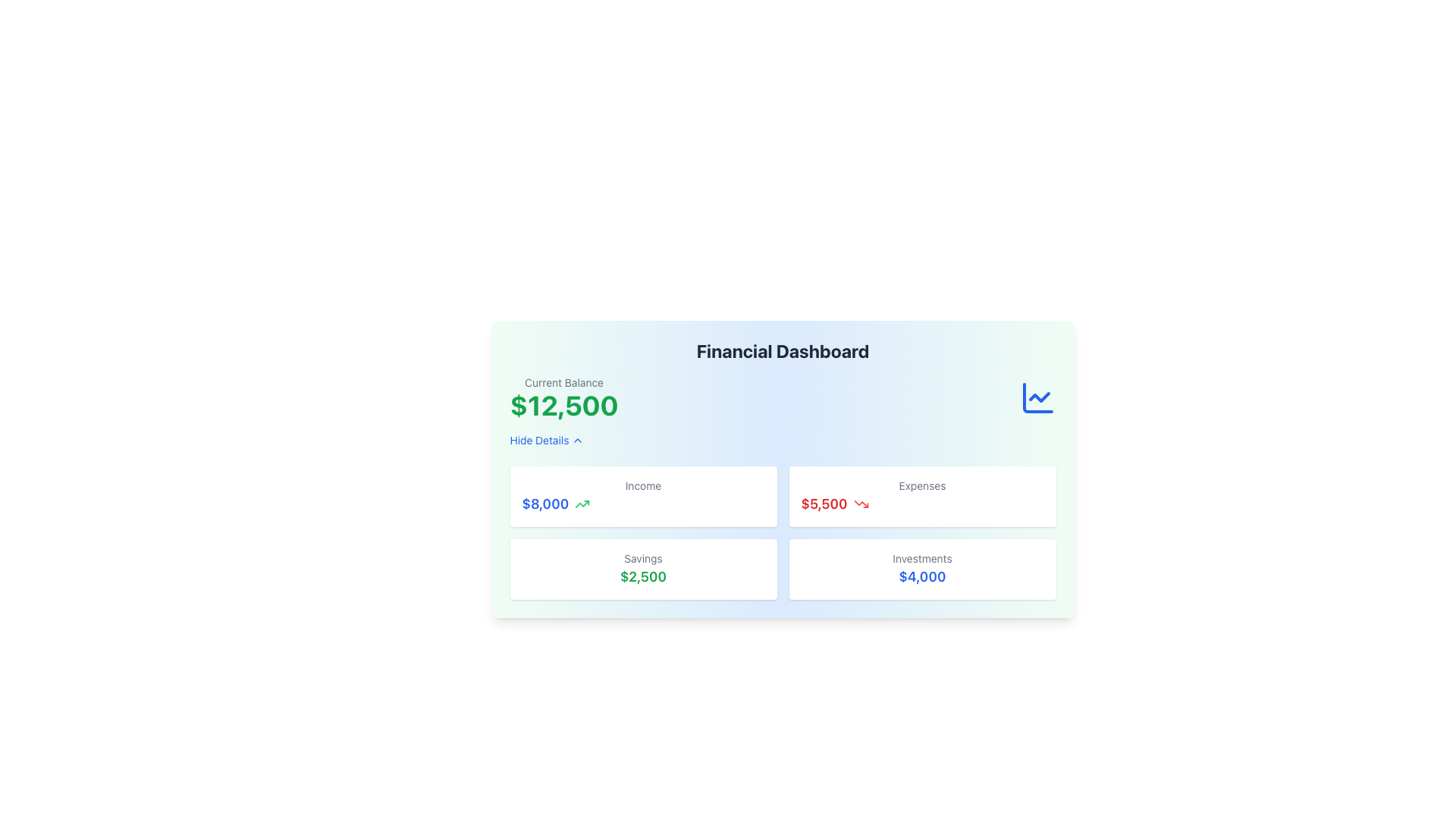  I want to click on the Text Display that shows the user's current balance, located in the top-left section of the user interface, to the left of a blue line chart icon, so click(563, 397).